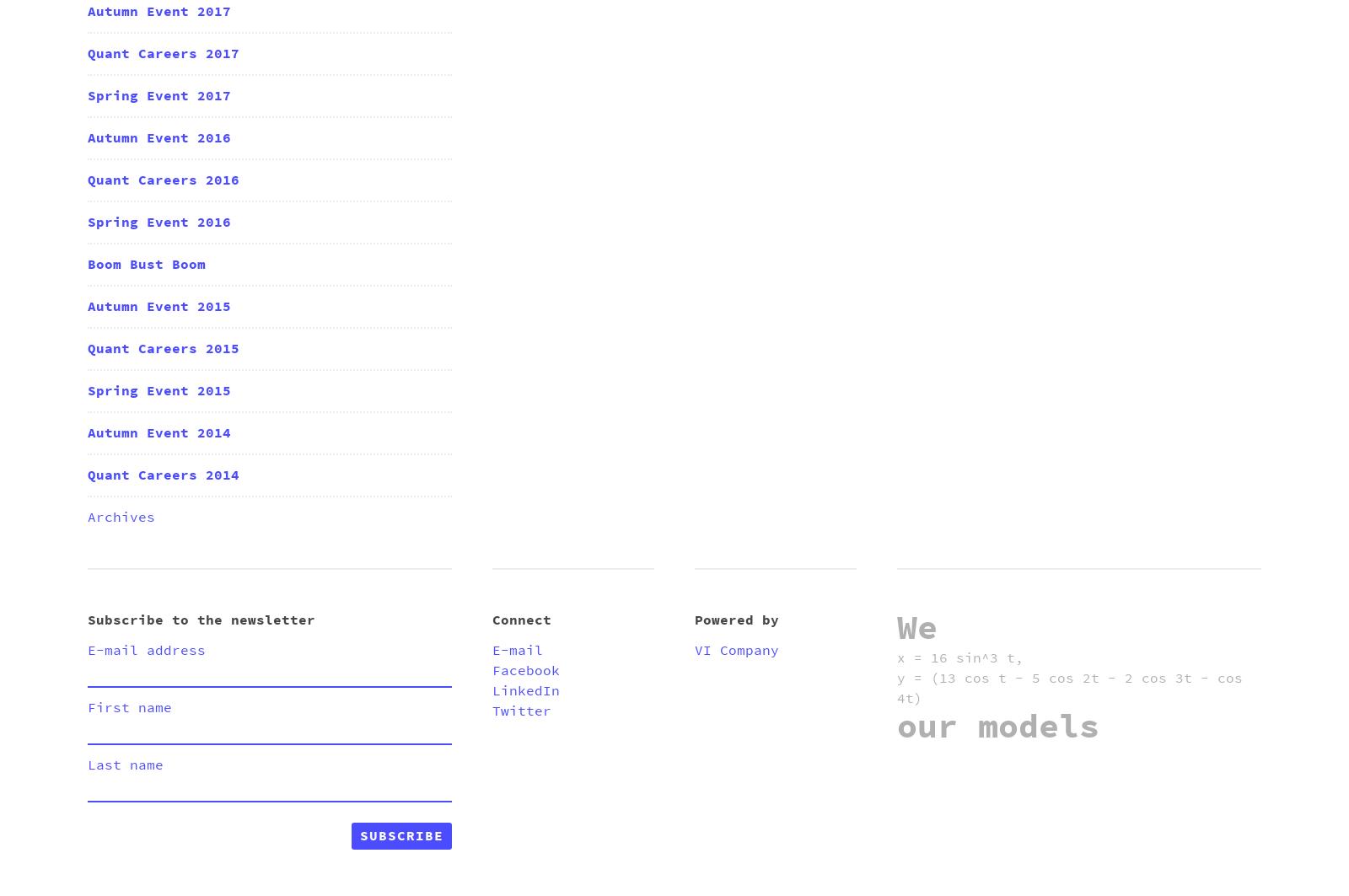 Image resolution: width=1349 pixels, height=896 pixels. I want to click on 'Spring Event 2017', so click(158, 95).